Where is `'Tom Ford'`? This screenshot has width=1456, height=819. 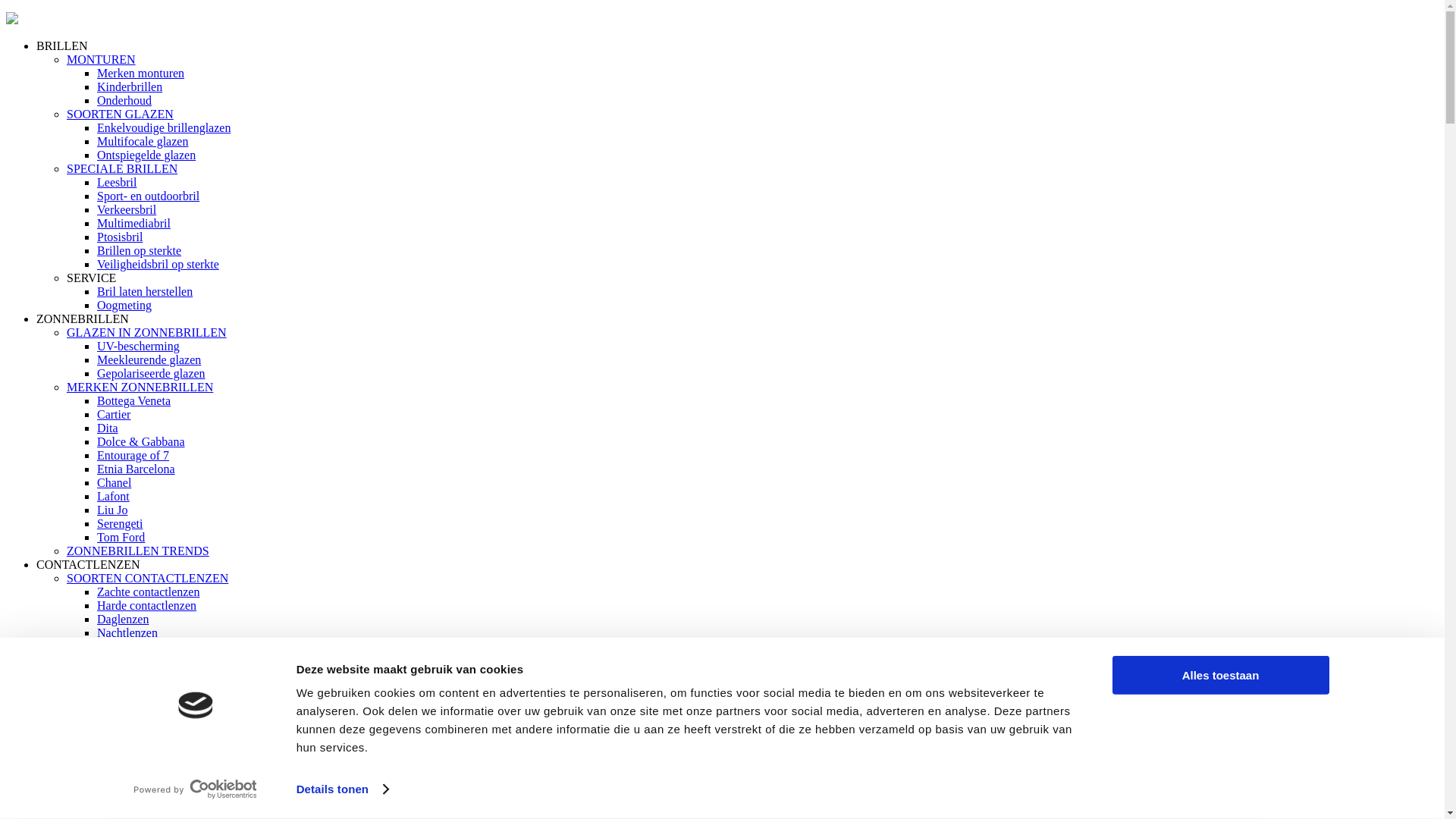 'Tom Ford' is located at coordinates (96, 536).